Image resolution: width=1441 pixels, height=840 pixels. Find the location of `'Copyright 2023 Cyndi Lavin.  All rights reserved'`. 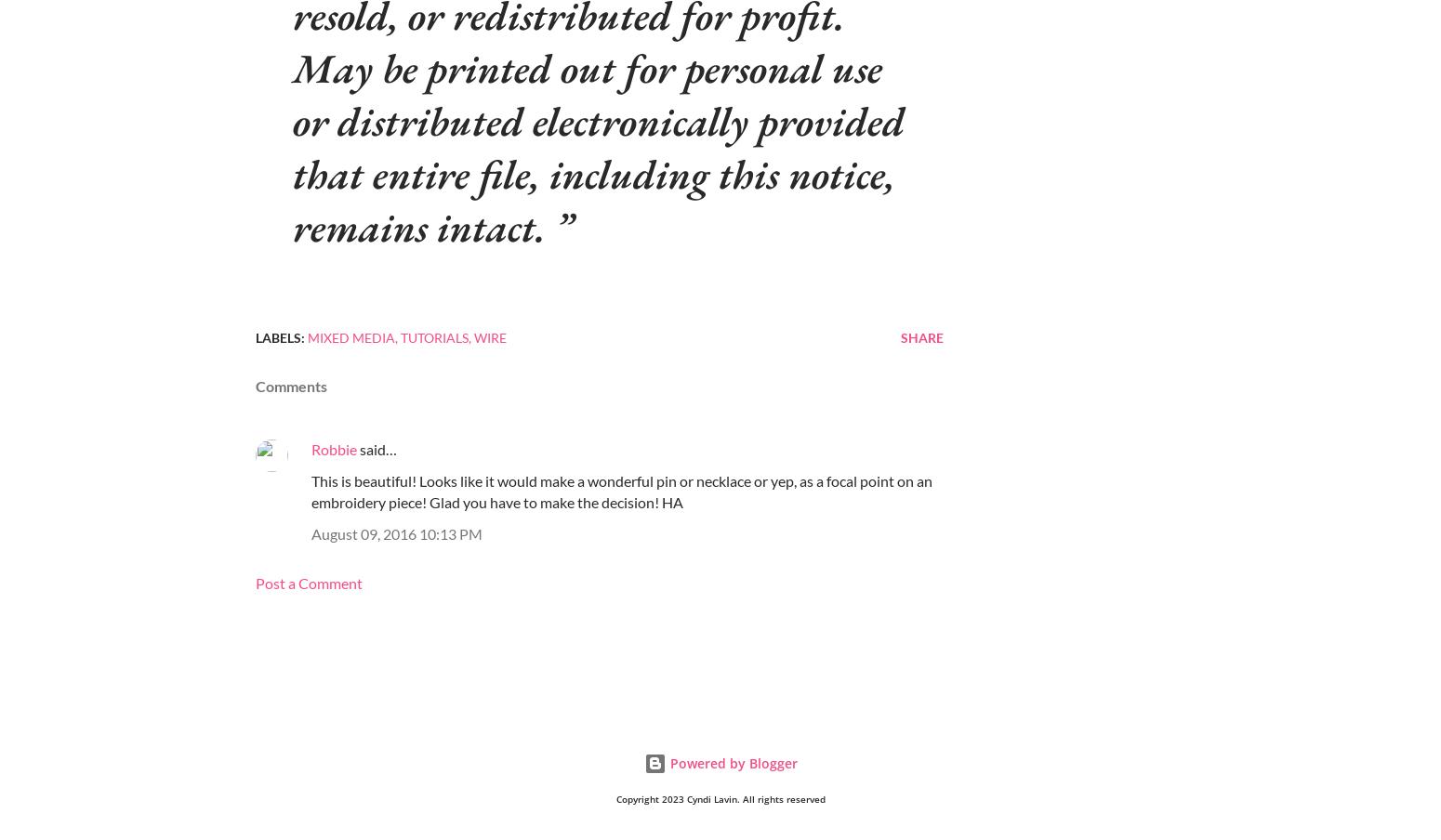

'Copyright 2023 Cyndi Lavin.  All rights reserved' is located at coordinates (720, 798).